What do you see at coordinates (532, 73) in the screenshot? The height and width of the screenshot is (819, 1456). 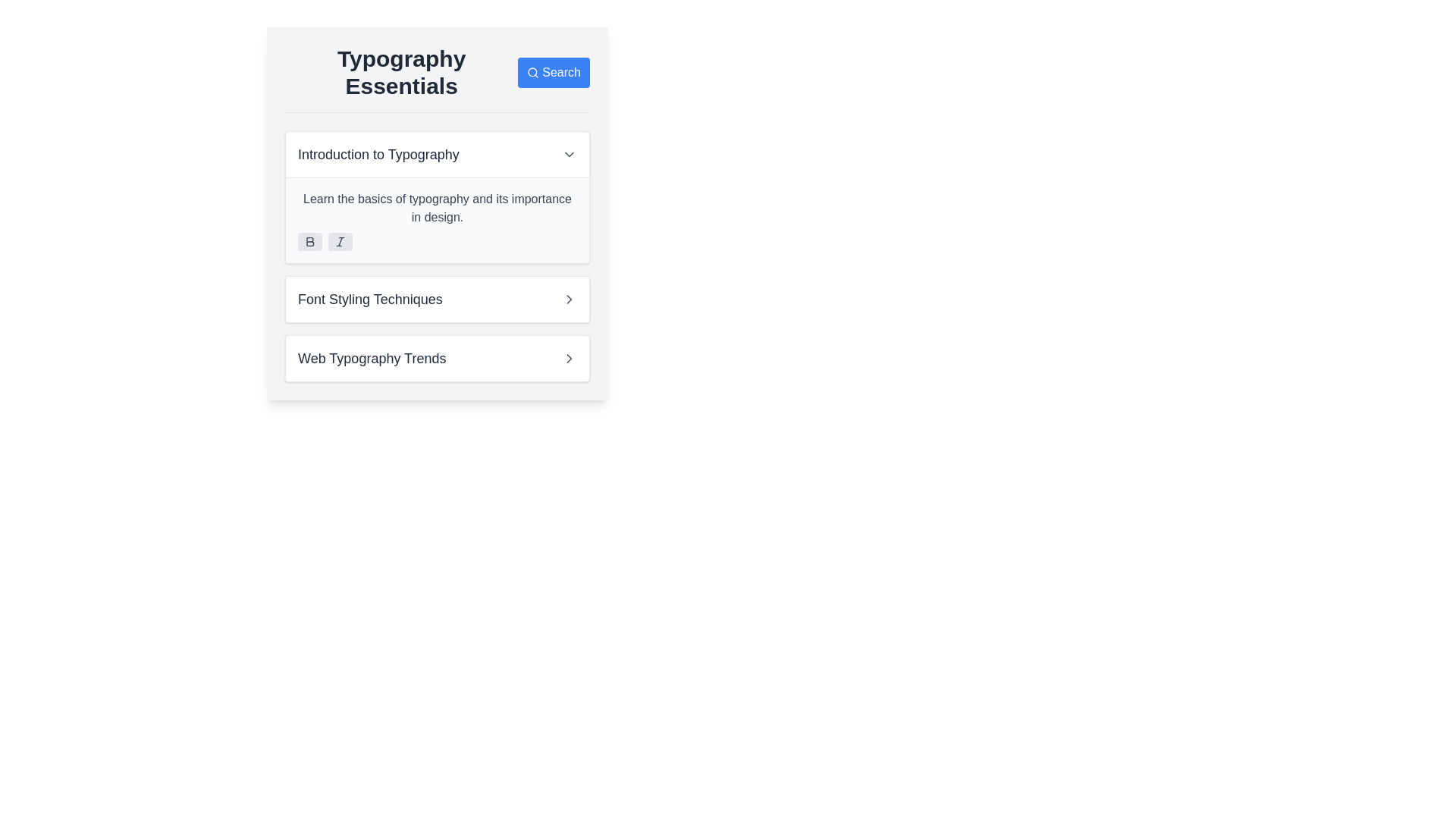 I see `the circular search icon located within the blue 'Search' button to initiate search` at bounding box center [532, 73].